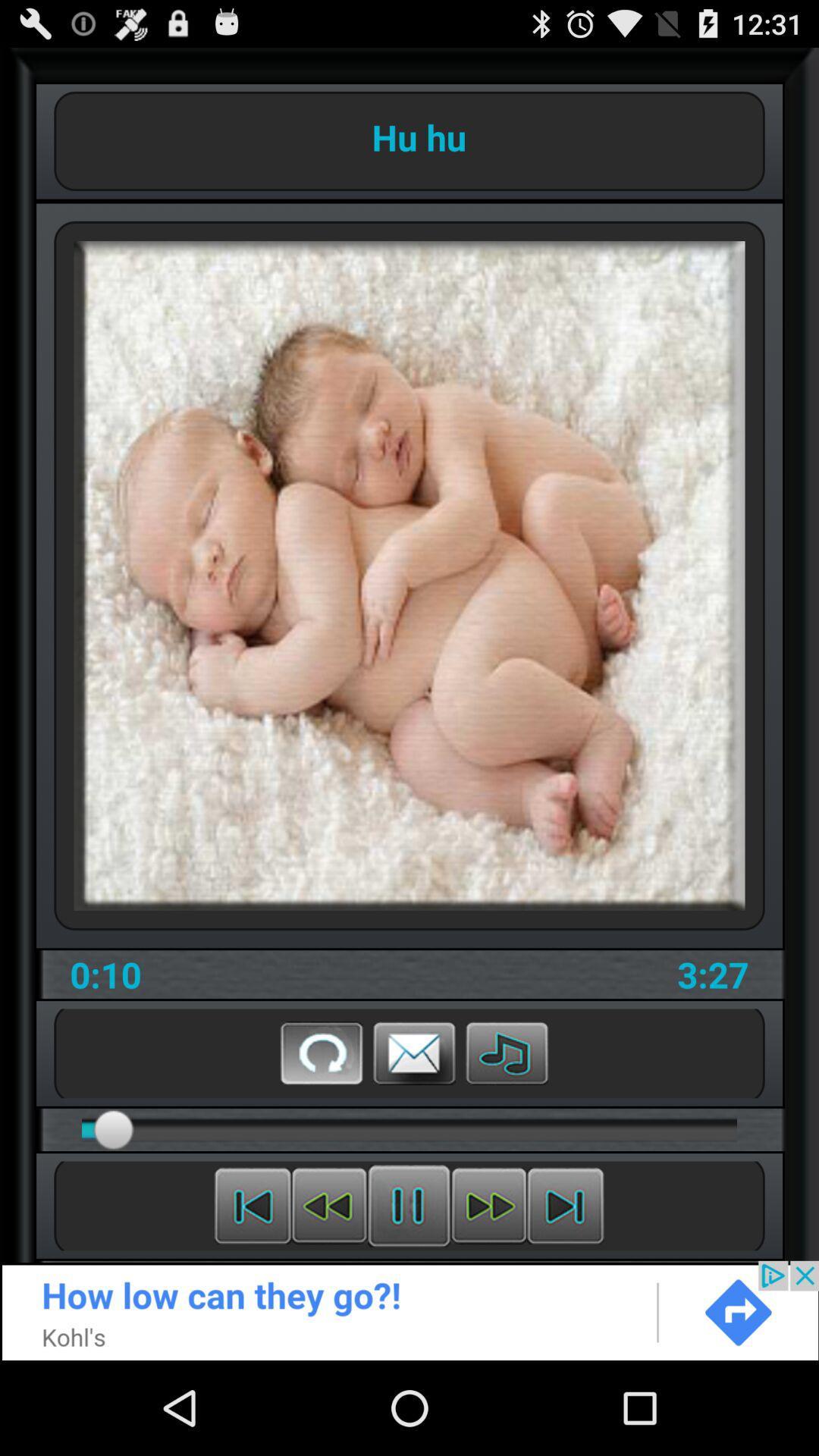  Describe the element at coordinates (488, 1290) in the screenshot. I see `the av_forward icon` at that location.